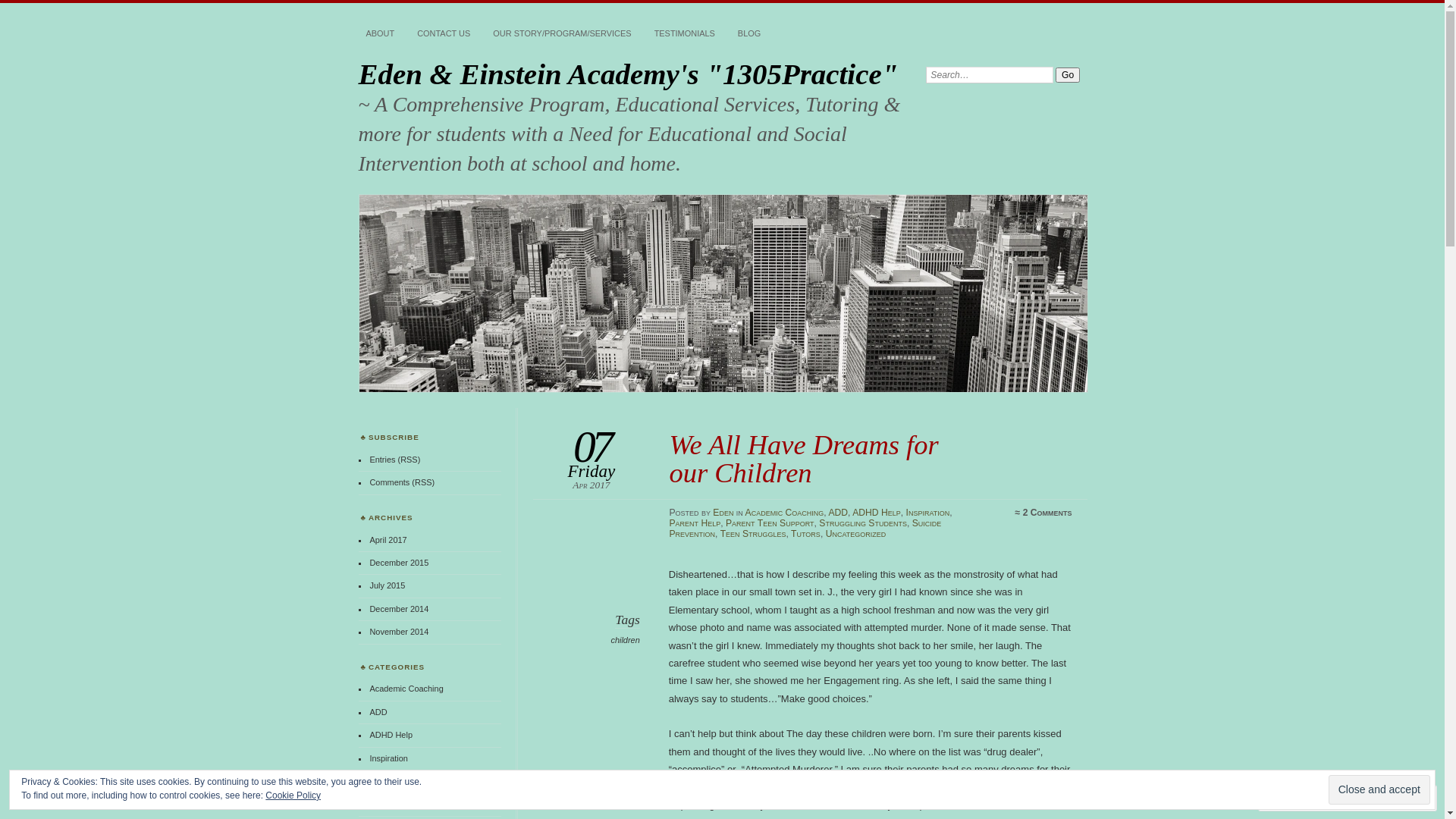 The width and height of the screenshot is (1456, 819). What do you see at coordinates (387, 584) in the screenshot?
I see `'July 2015'` at bounding box center [387, 584].